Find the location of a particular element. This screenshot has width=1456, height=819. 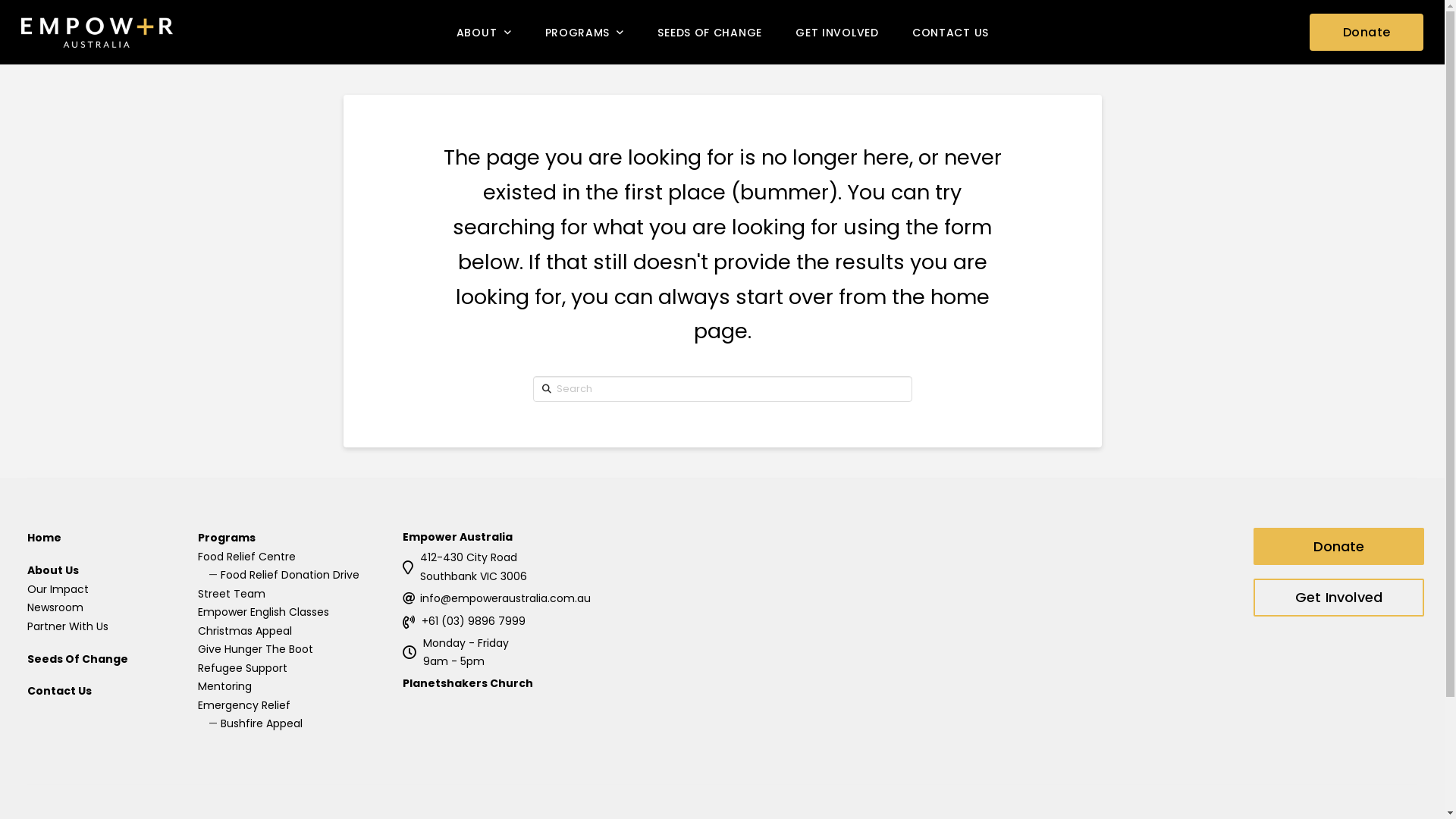

'Street Team' is located at coordinates (231, 593).